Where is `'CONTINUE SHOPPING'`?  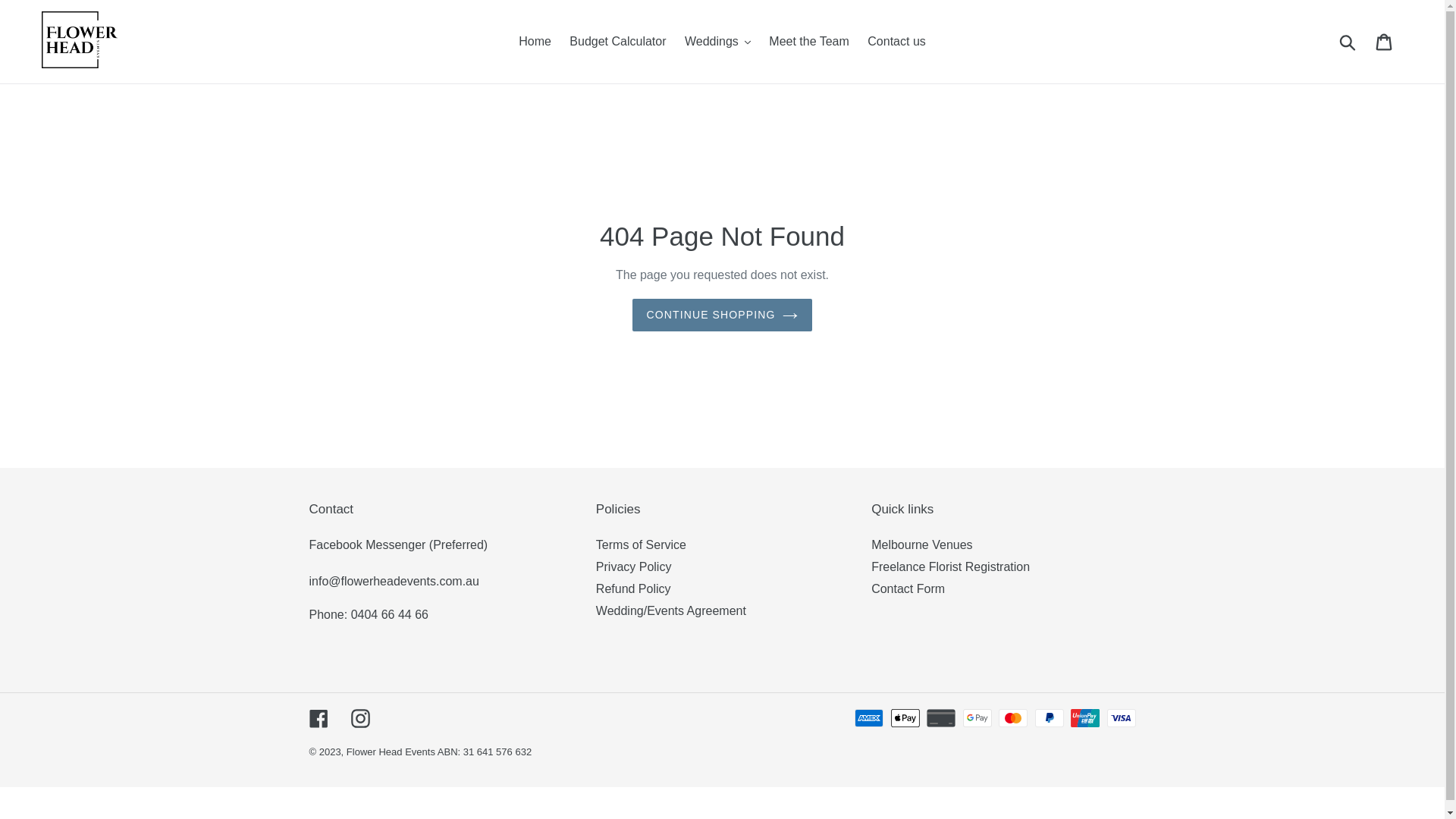 'CONTINUE SHOPPING' is located at coordinates (722, 314).